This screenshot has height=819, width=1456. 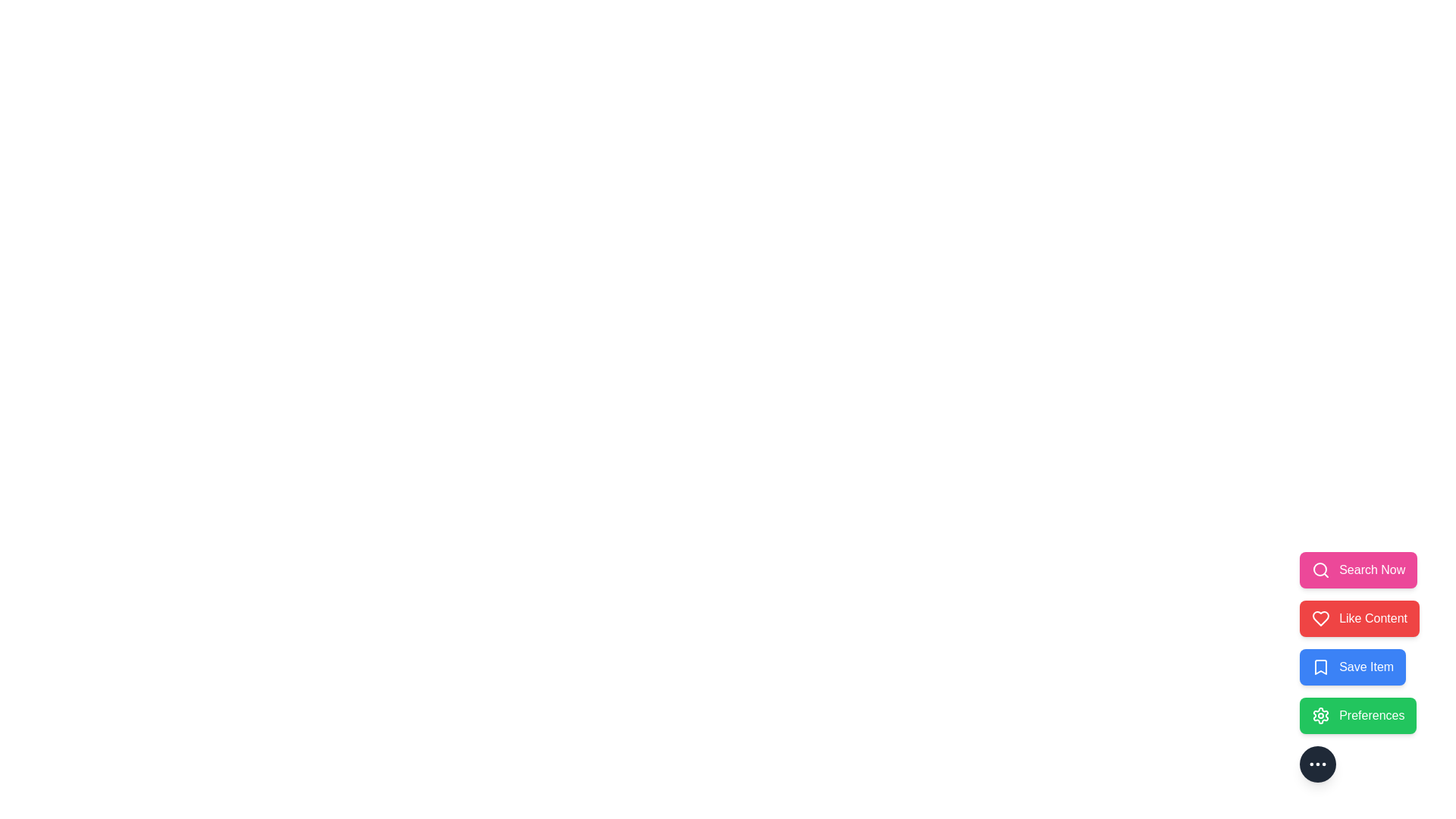 What do you see at coordinates (1357, 716) in the screenshot?
I see `the action Preferences from the menu` at bounding box center [1357, 716].